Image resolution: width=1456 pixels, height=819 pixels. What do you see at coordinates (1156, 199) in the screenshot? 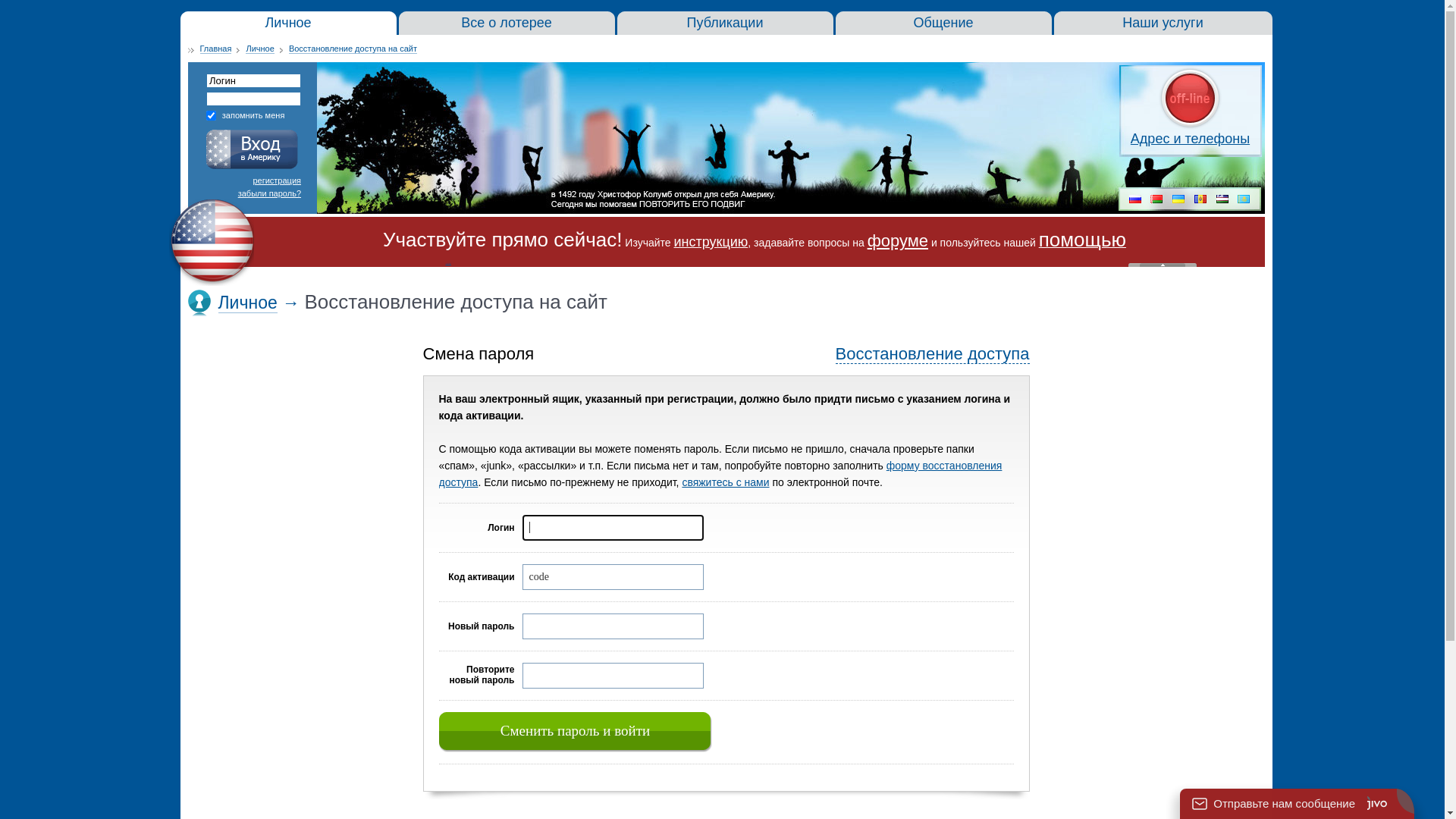
I see `'by'` at bounding box center [1156, 199].